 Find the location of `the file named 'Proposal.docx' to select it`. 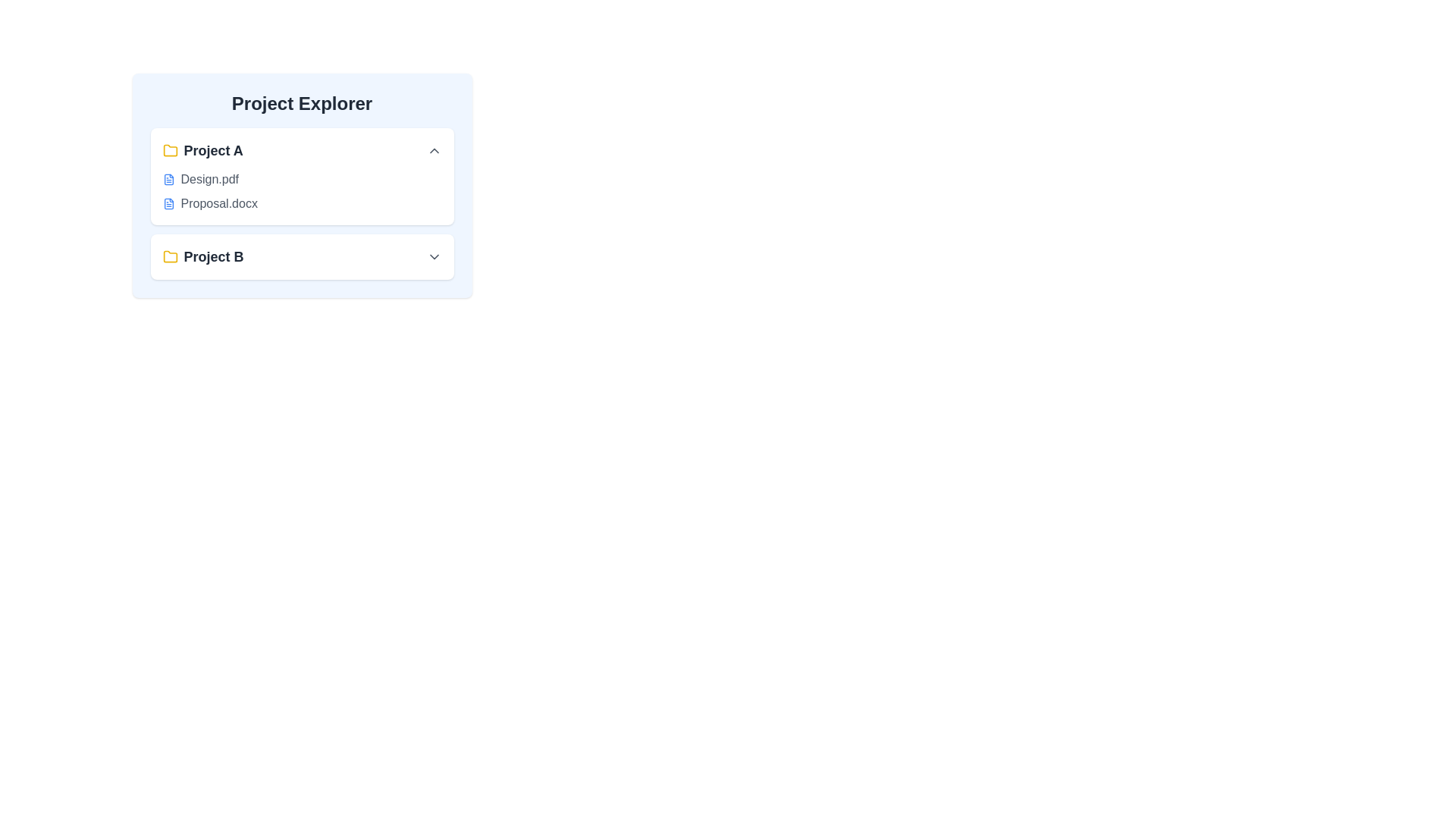

the file named 'Proposal.docx' to select it is located at coordinates (218, 203).